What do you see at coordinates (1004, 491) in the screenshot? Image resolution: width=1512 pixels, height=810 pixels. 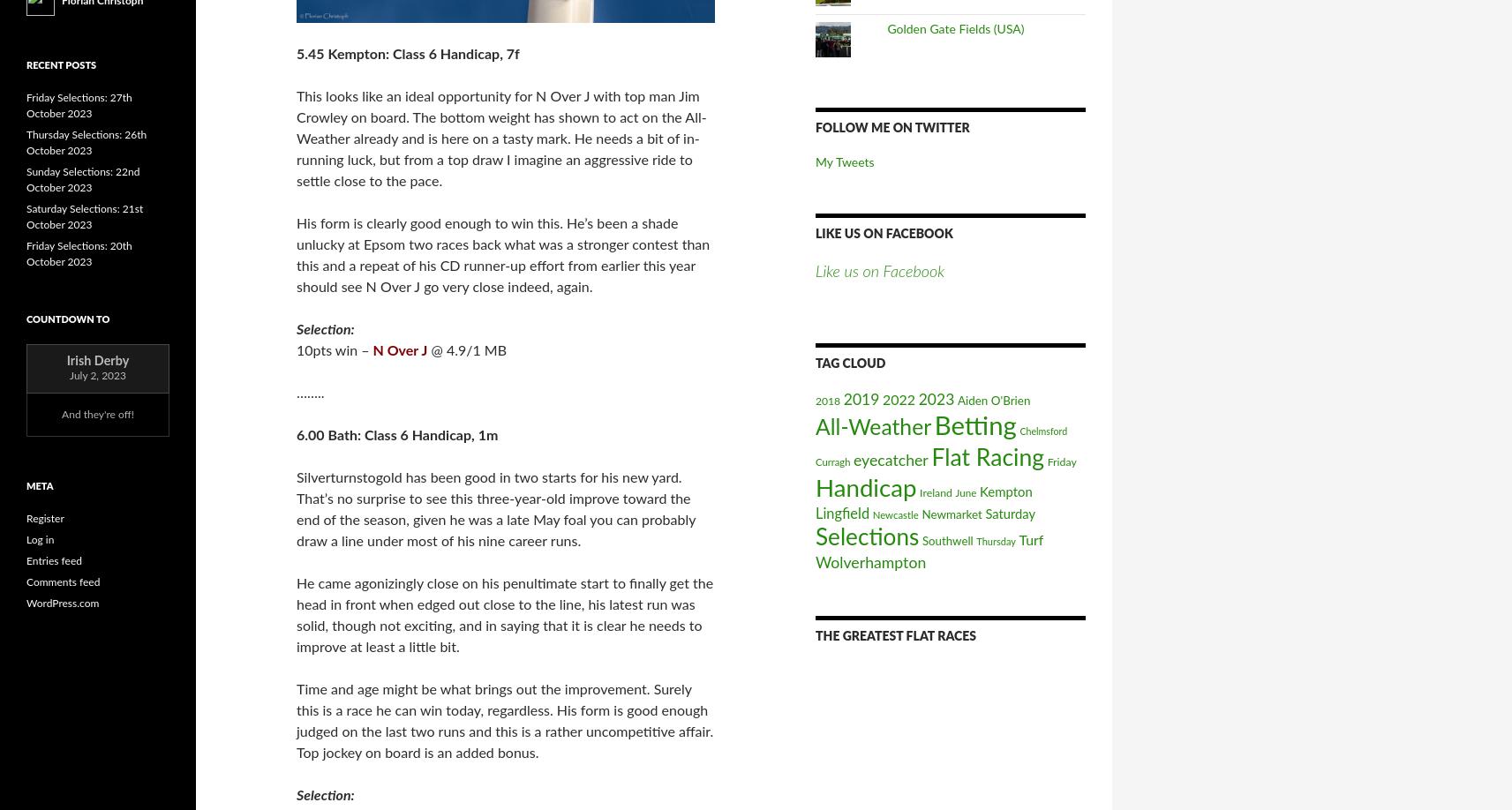 I see `'Kempton'` at bounding box center [1004, 491].